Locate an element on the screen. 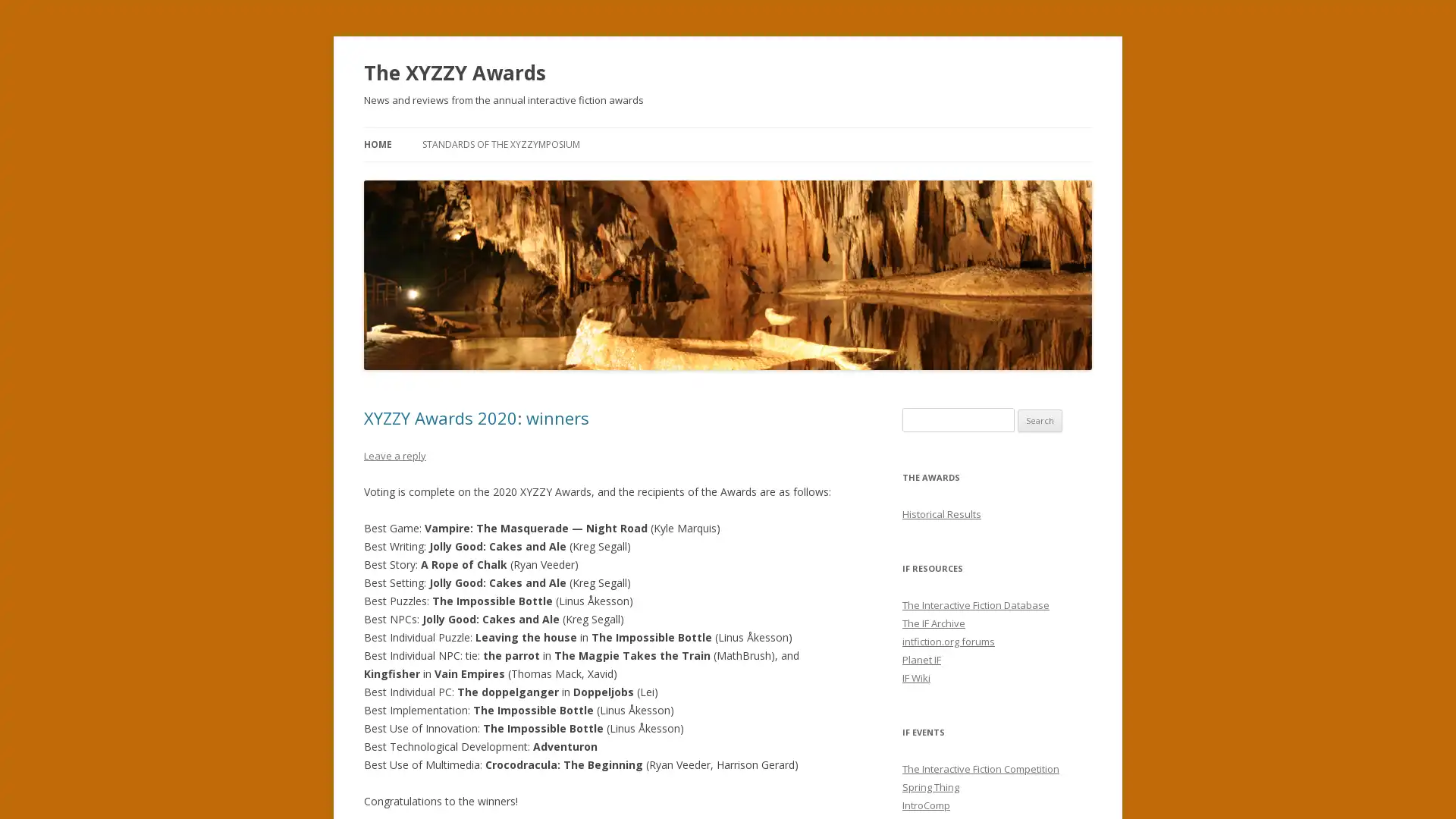 This screenshot has height=819, width=1456. Search is located at coordinates (1039, 421).